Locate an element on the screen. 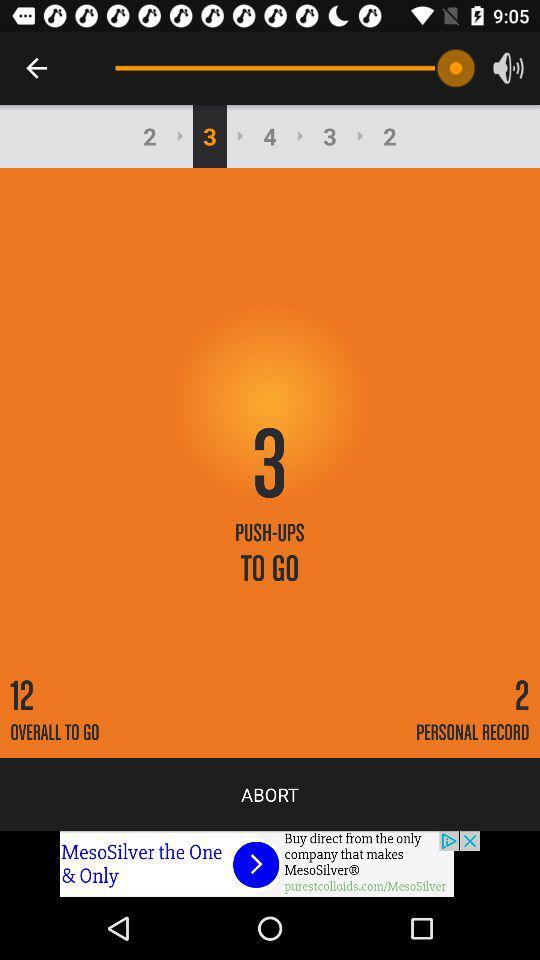 The height and width of the screenshot is (960, 540). mesosilver advertisement is located at coordinates (270, 863).